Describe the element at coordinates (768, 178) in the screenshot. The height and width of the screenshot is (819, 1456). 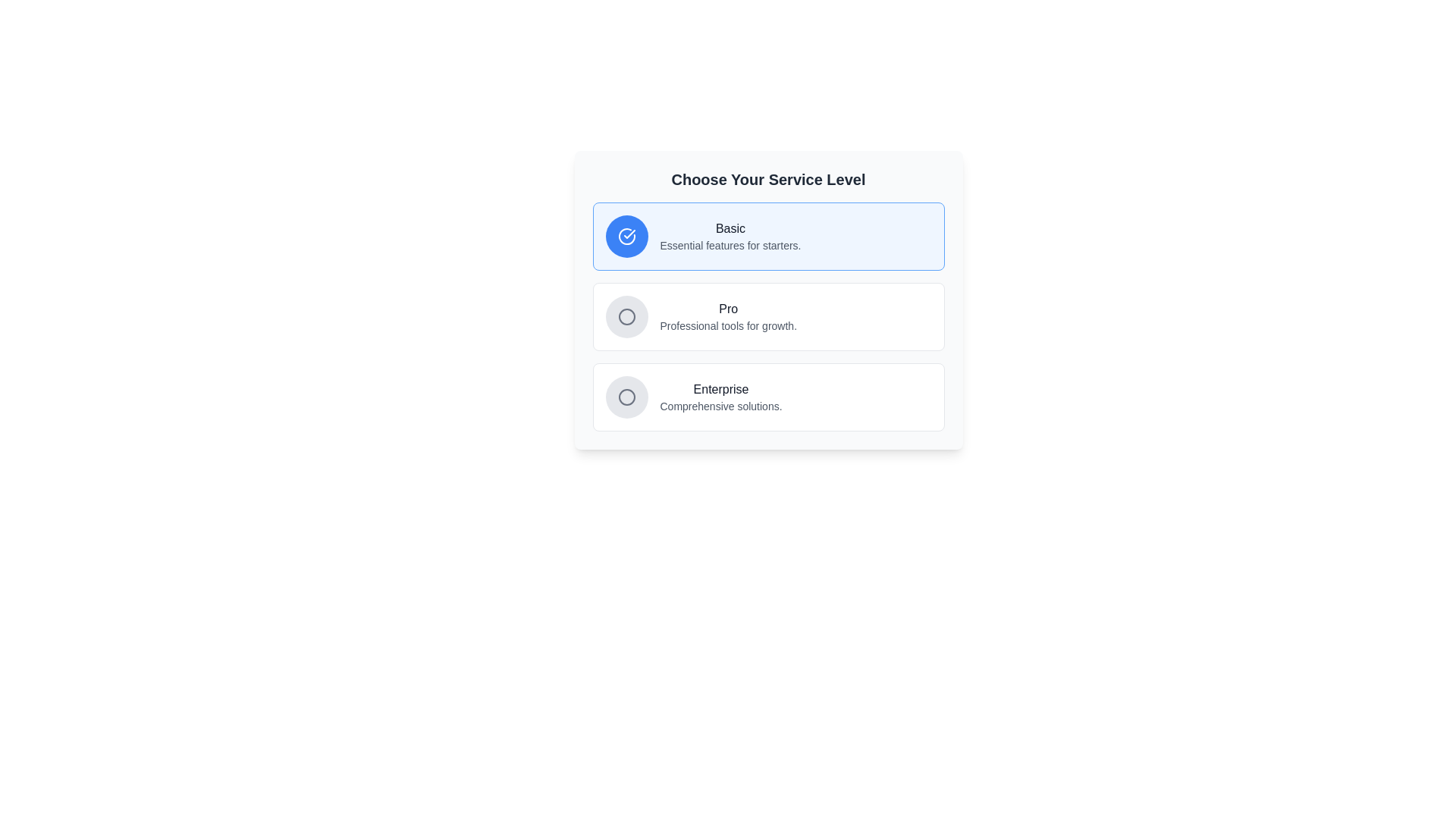
I see `the text element reading 'Choose Your Service Level', which is styled in bold and large font and located at the top-center of a card-like structure` at that location.